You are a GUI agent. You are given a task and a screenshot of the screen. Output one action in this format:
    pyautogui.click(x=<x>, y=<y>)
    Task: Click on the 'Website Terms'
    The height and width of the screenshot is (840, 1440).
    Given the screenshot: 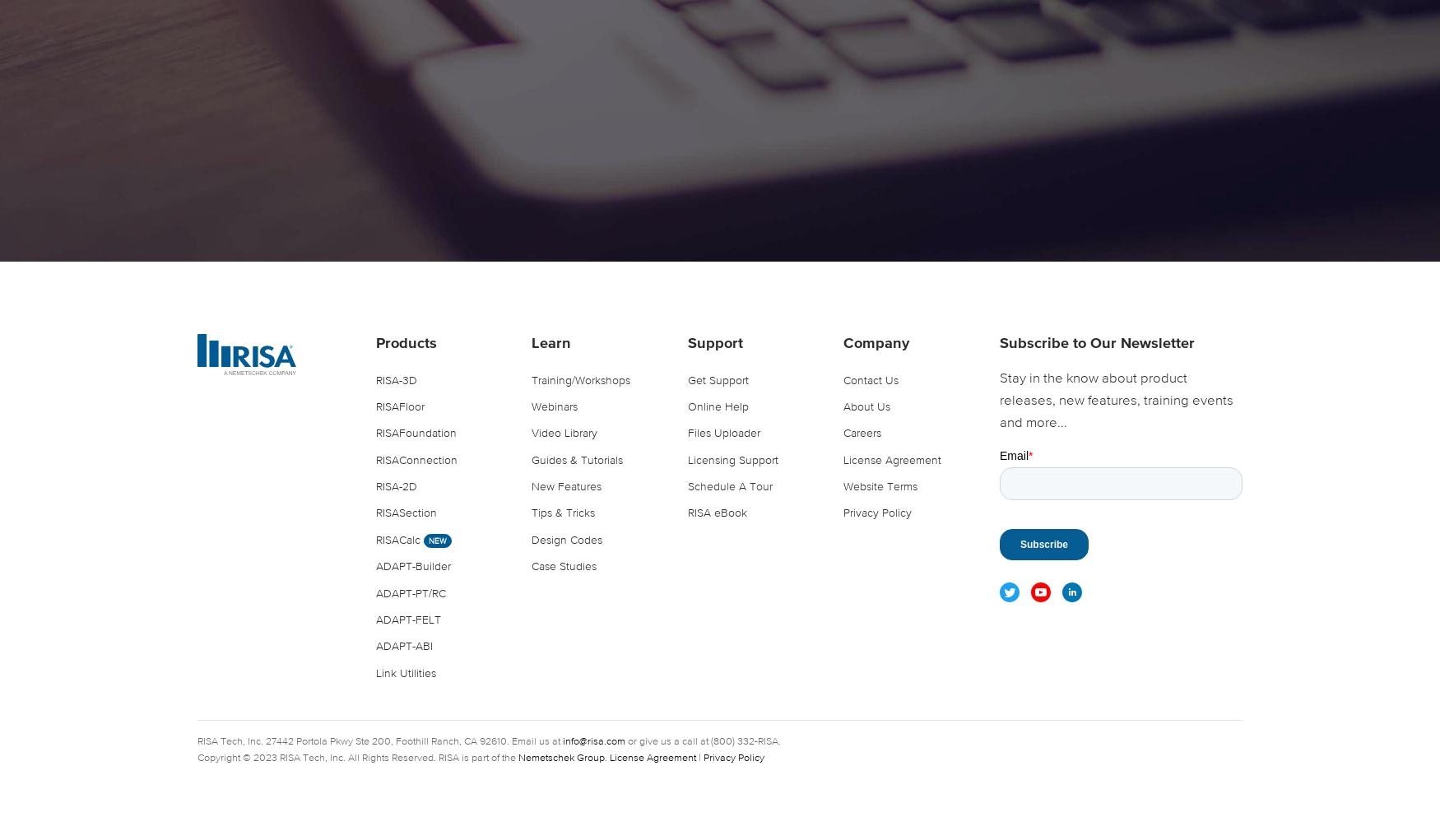 What is the action you would take?
    pyautogui.click(x=880, y=486)
    